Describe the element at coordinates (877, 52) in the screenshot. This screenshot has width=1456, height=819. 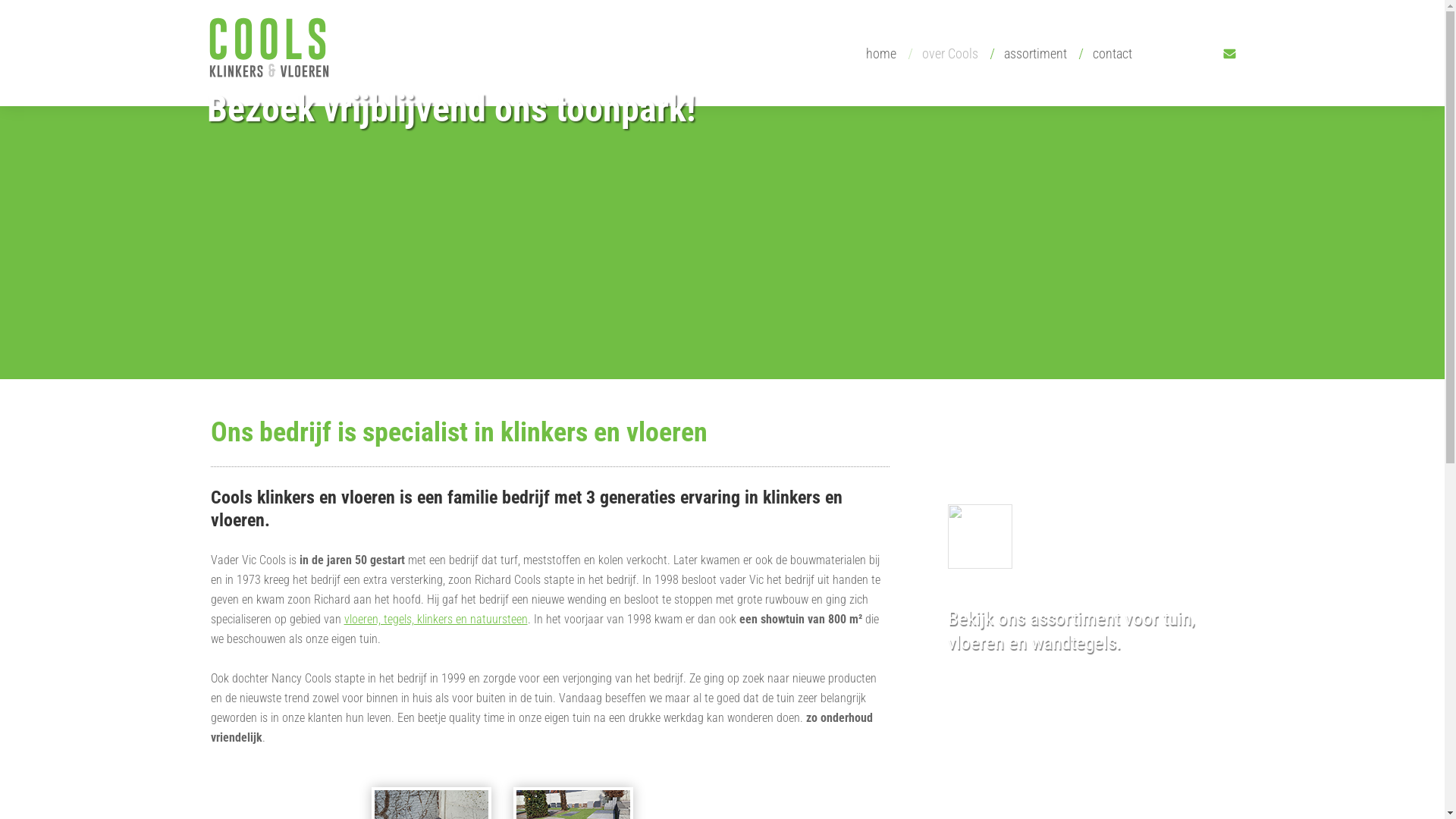
I see `'home'` at that location.